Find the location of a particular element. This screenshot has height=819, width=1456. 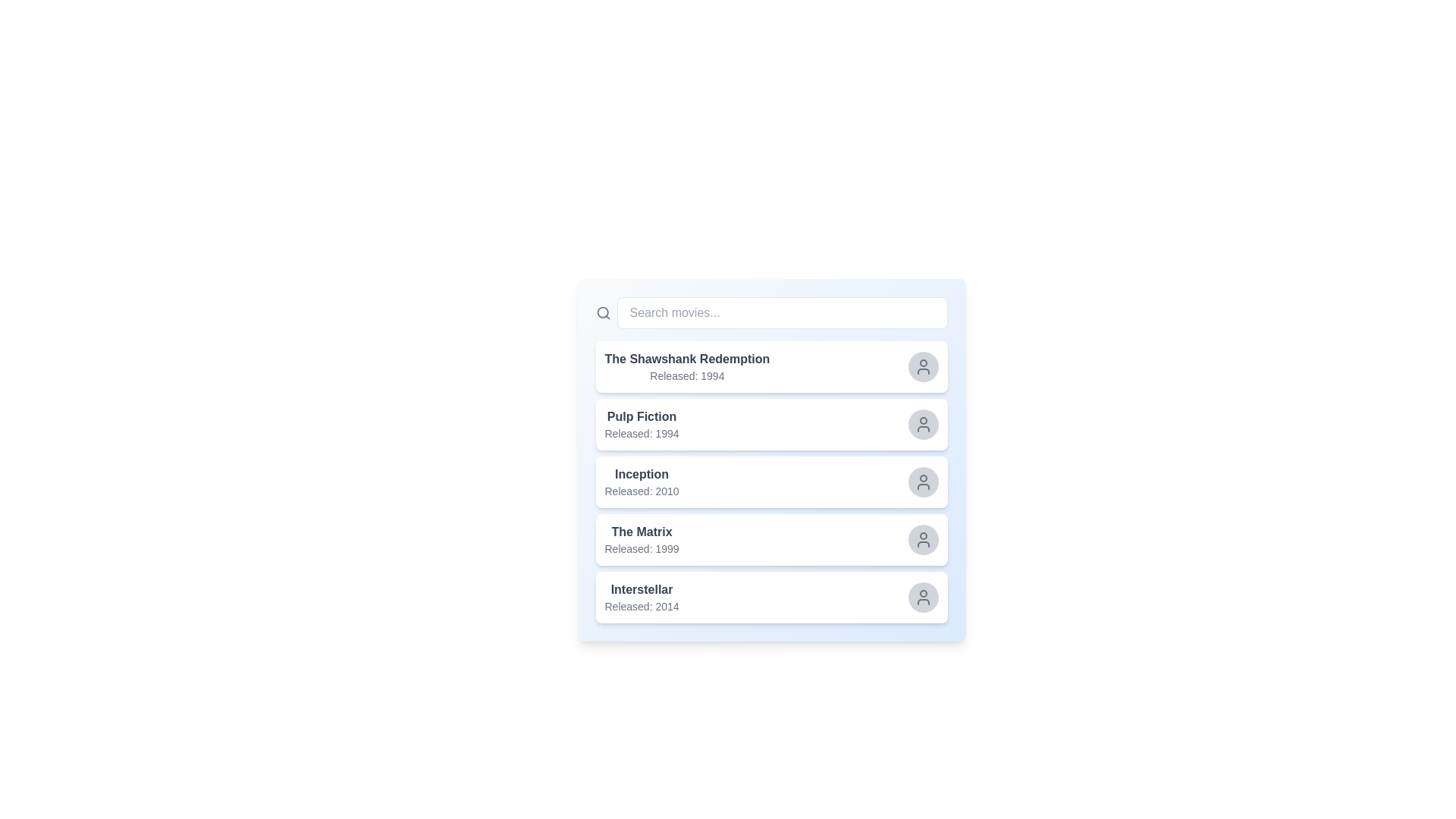

the static text element displaying 'The Shawshank Redemption' and 'Released: 1994', located in the first entry of a vertically aligned list under a search bar is located at coordinates (686, 366).